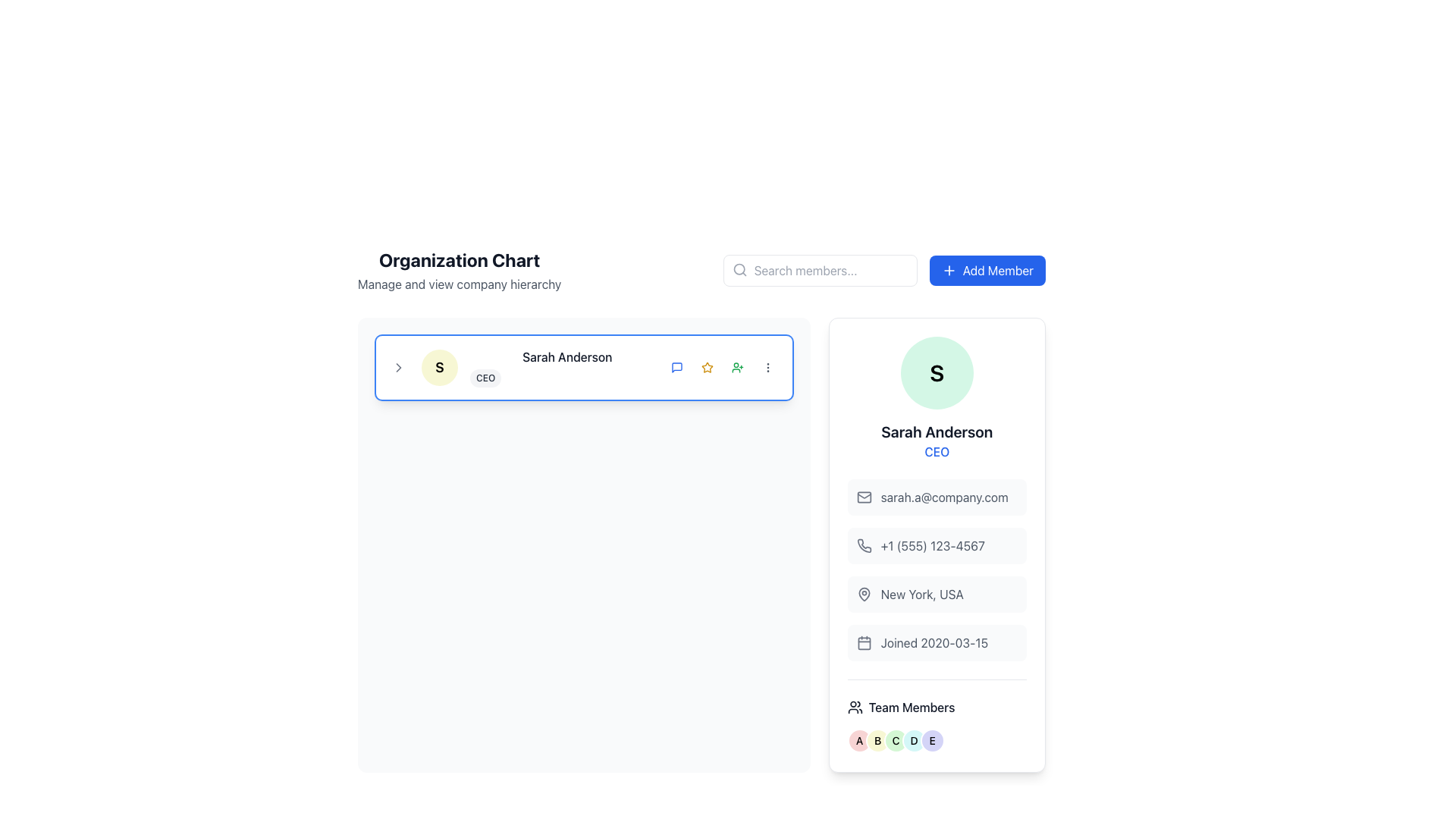 This screenshot has width=1456, height=819. What do you see at coordinates (739, 268) in the screenshot?
I see `the search icon located at the leftmost side of the search input field, which indicates the search functionality among members` at bounding box center [739, 268].